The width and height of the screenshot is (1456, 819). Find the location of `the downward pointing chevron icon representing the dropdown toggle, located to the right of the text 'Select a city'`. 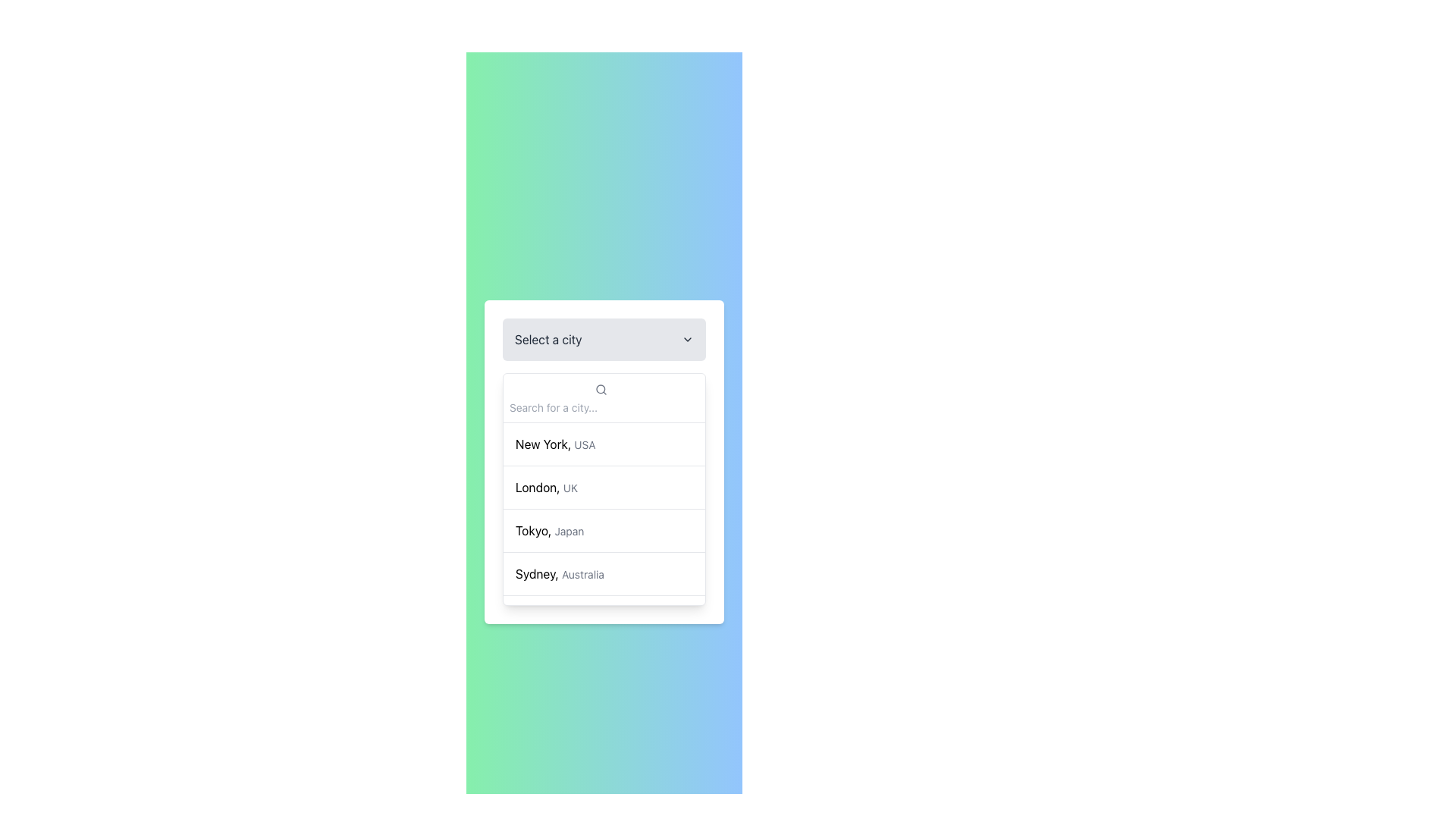

the downward pointing chevron icon representing the dropdown toggle, located to the right of the text 'Select a city' is located at coordinates (687, 338).